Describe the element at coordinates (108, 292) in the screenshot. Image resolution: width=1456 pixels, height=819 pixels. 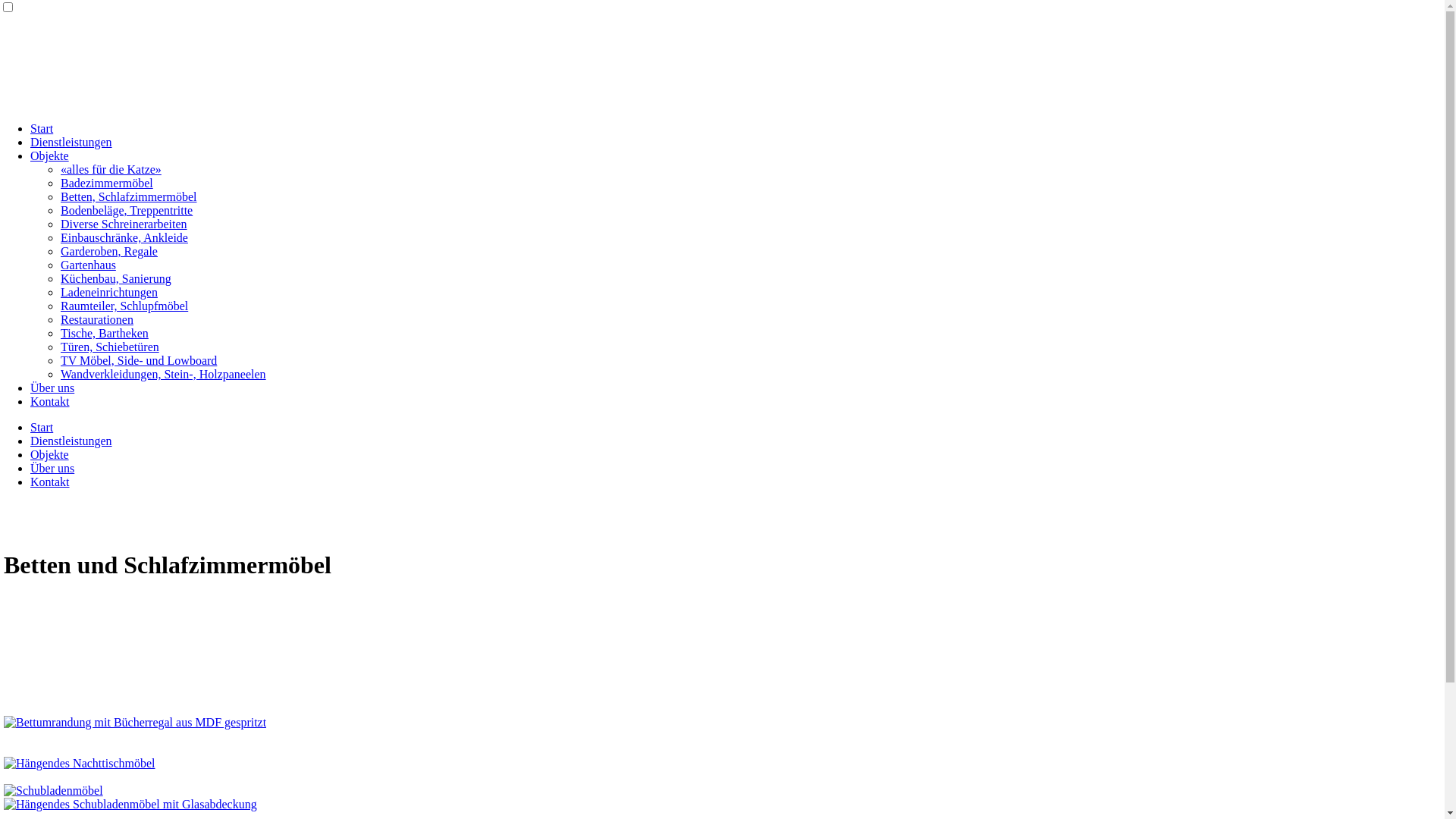
I see `'Ladeneinrichtungen'` at that location.